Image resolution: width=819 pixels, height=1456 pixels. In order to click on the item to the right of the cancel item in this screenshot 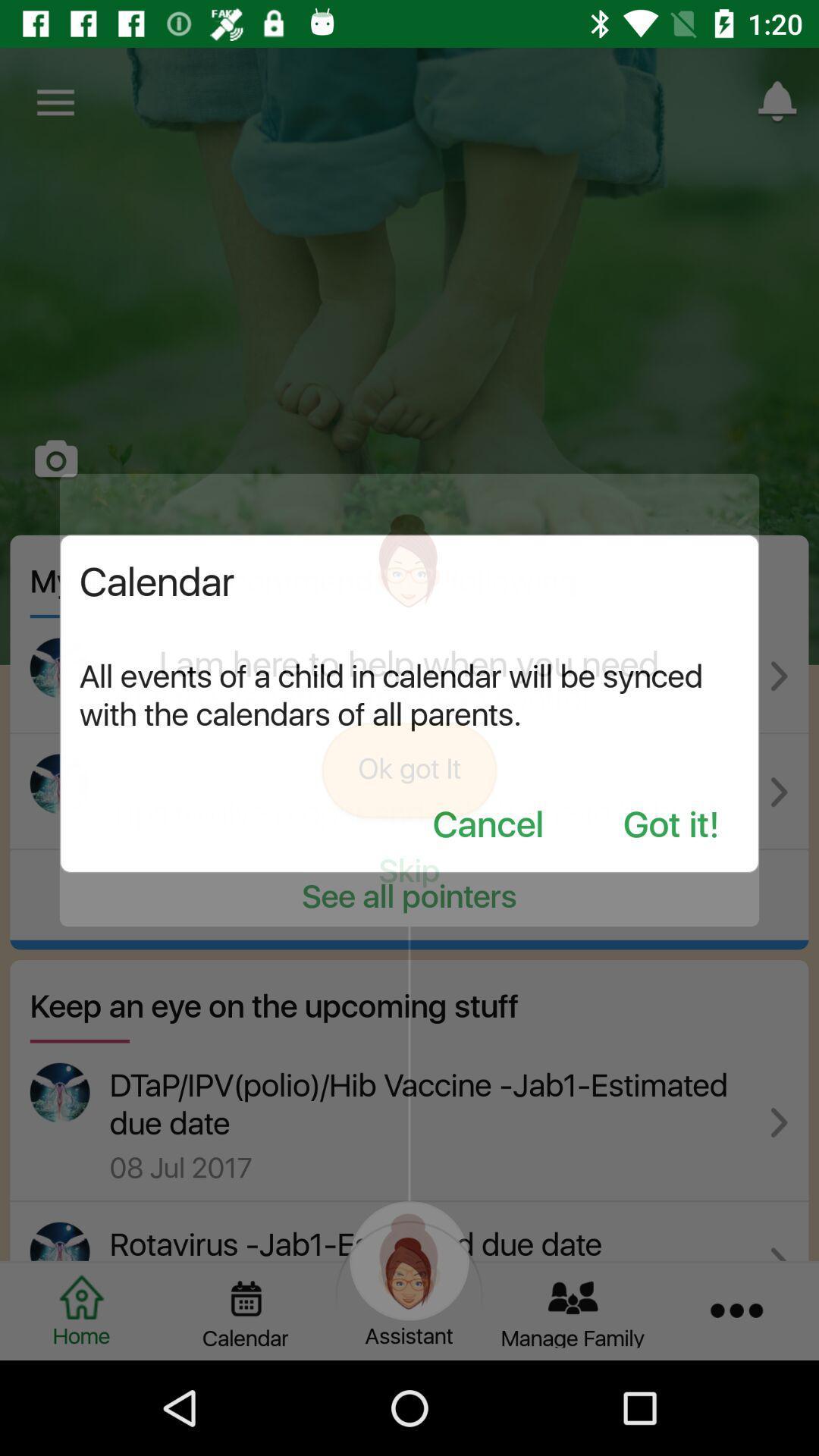, I will do `click(670, 825)`.